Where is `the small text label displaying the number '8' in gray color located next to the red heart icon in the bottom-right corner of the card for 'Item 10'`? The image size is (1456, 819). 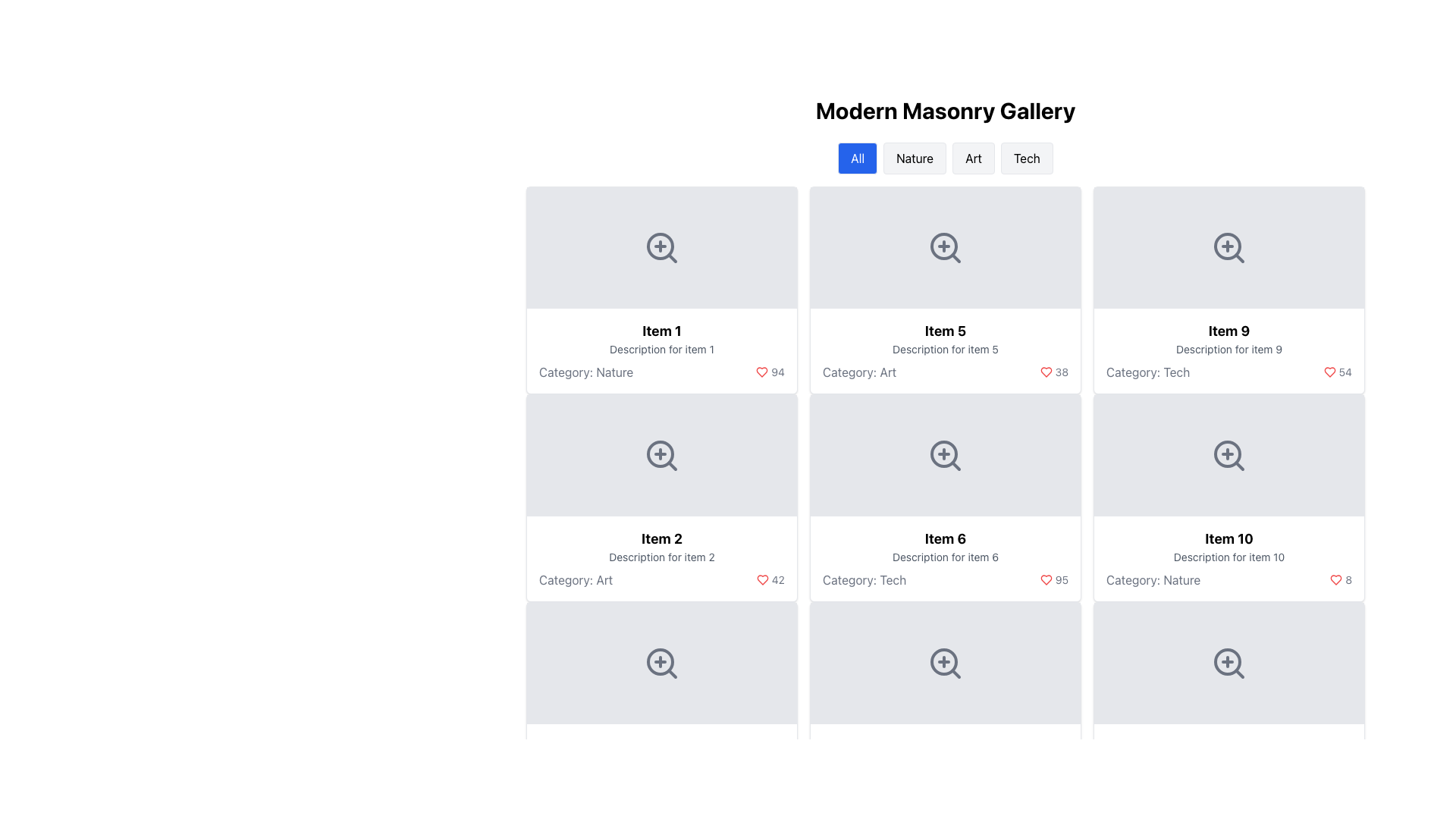 the small text label displaying the number '8' in gray color located next to the red heart icon in the bottom-right corner of the card for 'Item 10' is located at coordinates (1348, 579).